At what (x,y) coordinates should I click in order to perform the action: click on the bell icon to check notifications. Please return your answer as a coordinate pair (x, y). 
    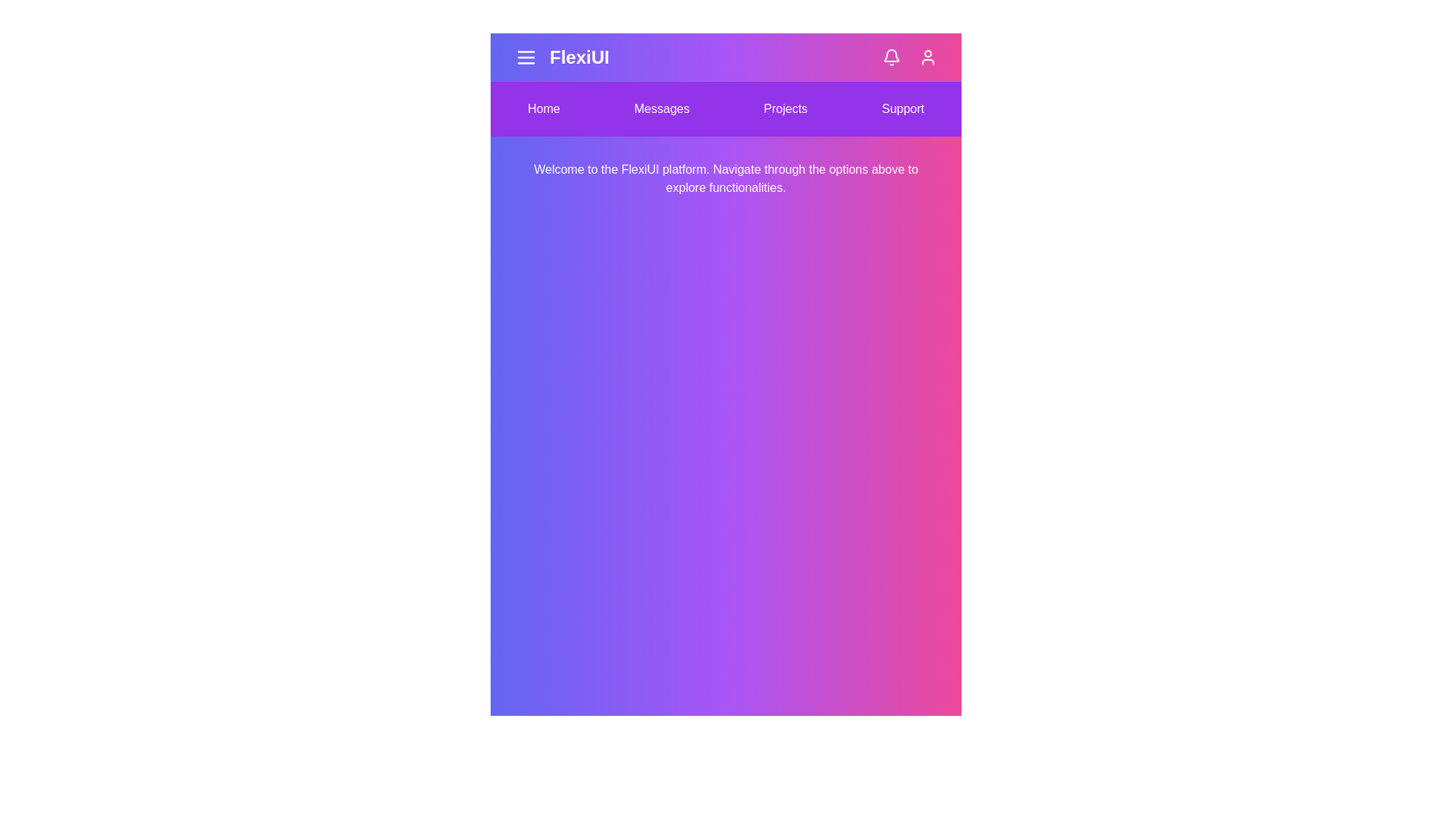
    Looking at the image, I should click on (892, 57).